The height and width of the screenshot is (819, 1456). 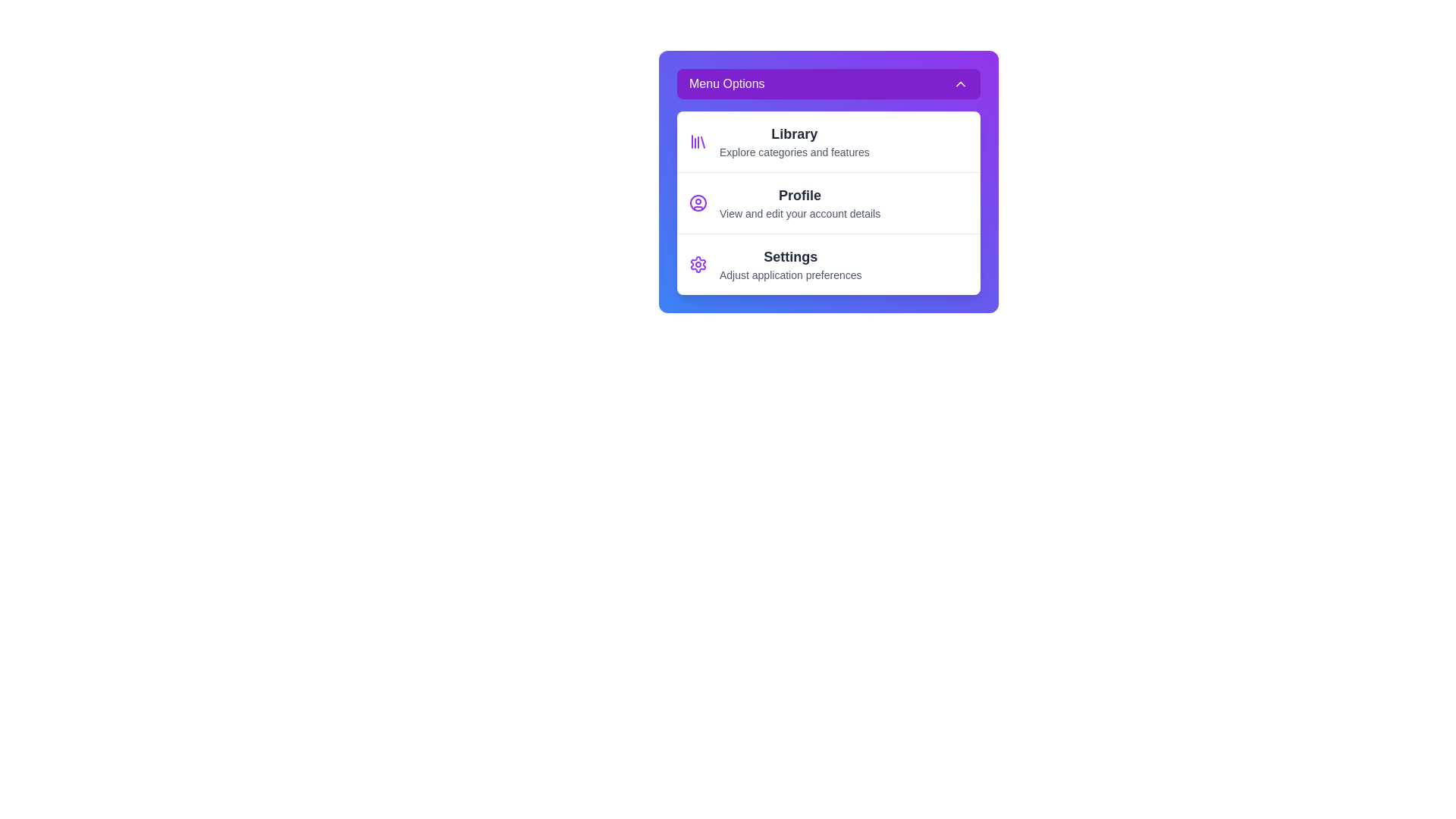 I want to click on the rightmost vertical line of the purple circular icon representing 'Library' in the menu panel, so click(x=701, y=143).